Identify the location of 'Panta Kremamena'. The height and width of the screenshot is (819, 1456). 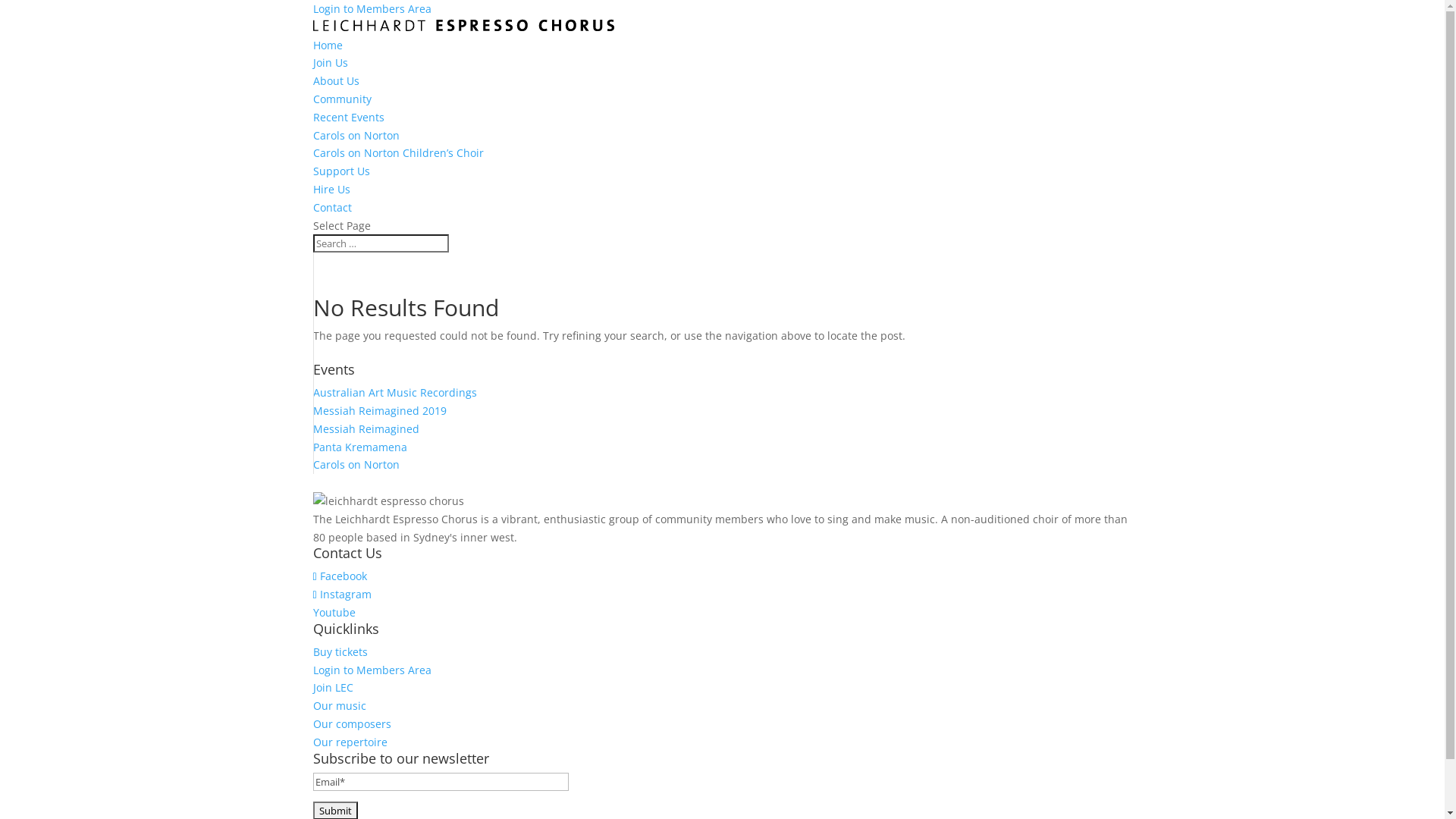
(359, 446).